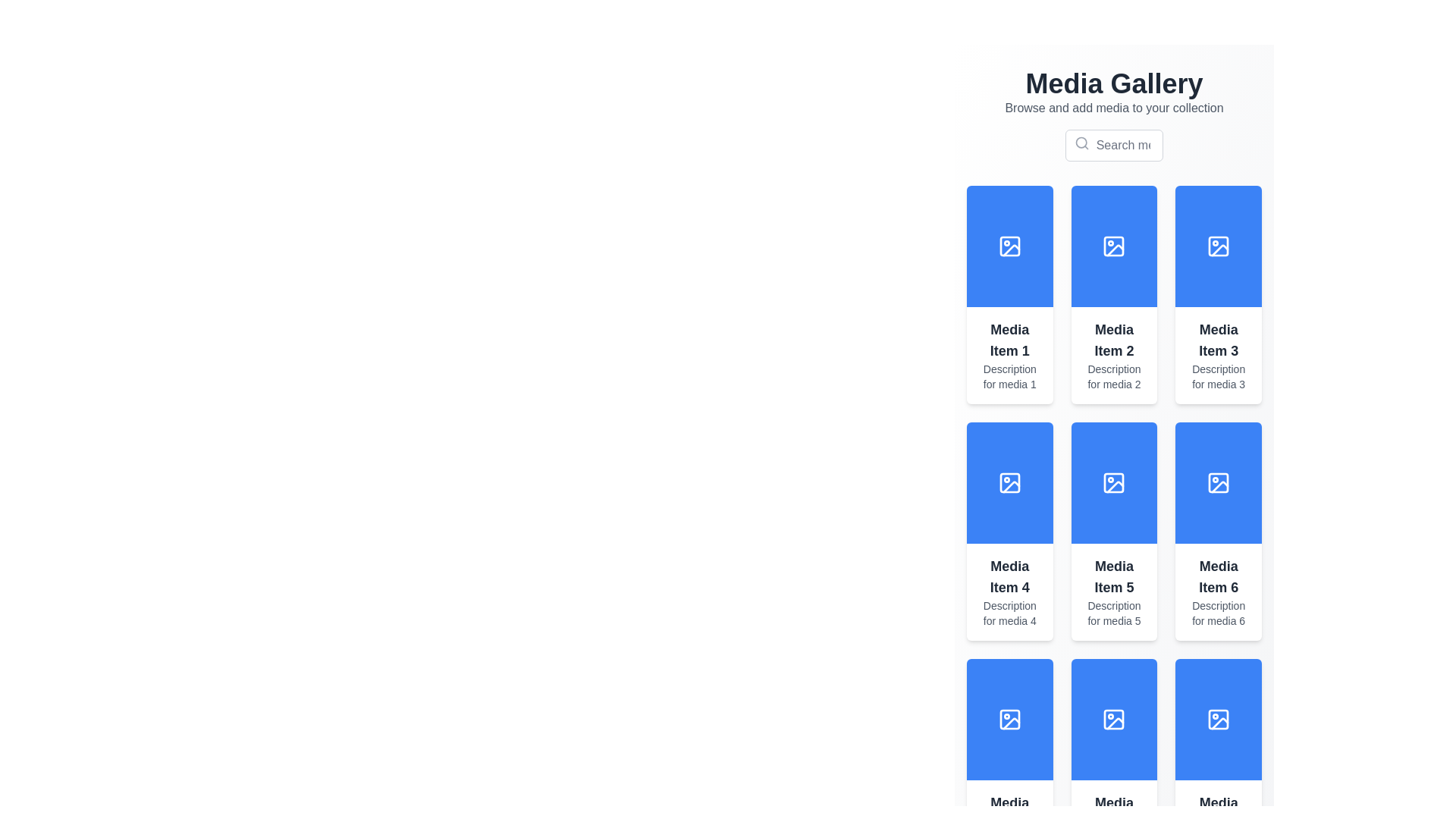 The image size is (1456, 819). What do you see at coordinates (1114, 146) in the screenshot?
I see `the magnifying glass icon located in the search bar just below the 'Media Gallery' heading to initiate a search action` at bounding box center [1114, 146].